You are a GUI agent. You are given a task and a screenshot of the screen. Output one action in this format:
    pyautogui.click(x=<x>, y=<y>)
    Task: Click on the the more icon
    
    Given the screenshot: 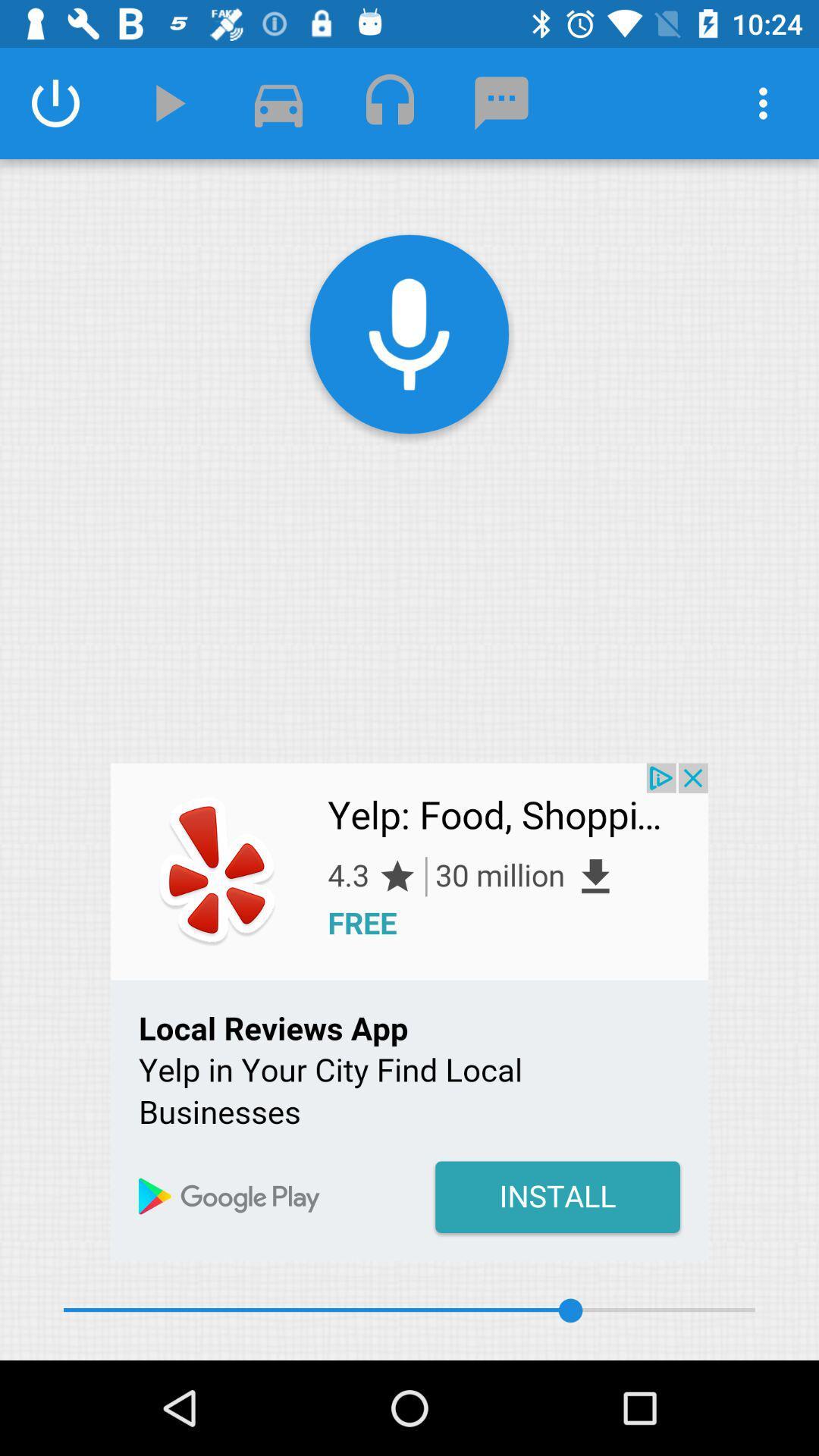 What is the action you would take?
    pyautogui.click(x=763, y=102)
    